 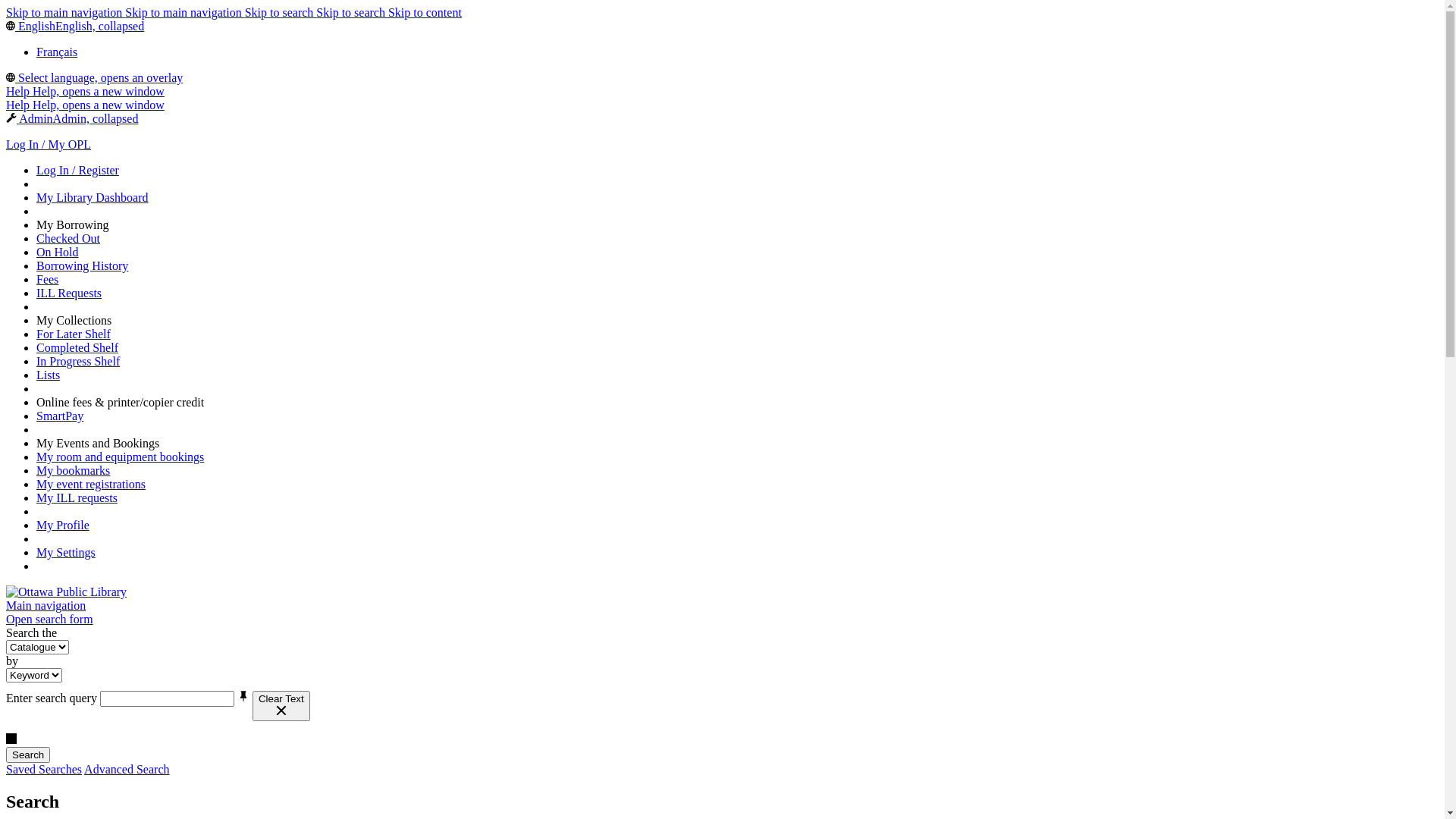 I want to click on 'Fees', so click(x=47, y=279).